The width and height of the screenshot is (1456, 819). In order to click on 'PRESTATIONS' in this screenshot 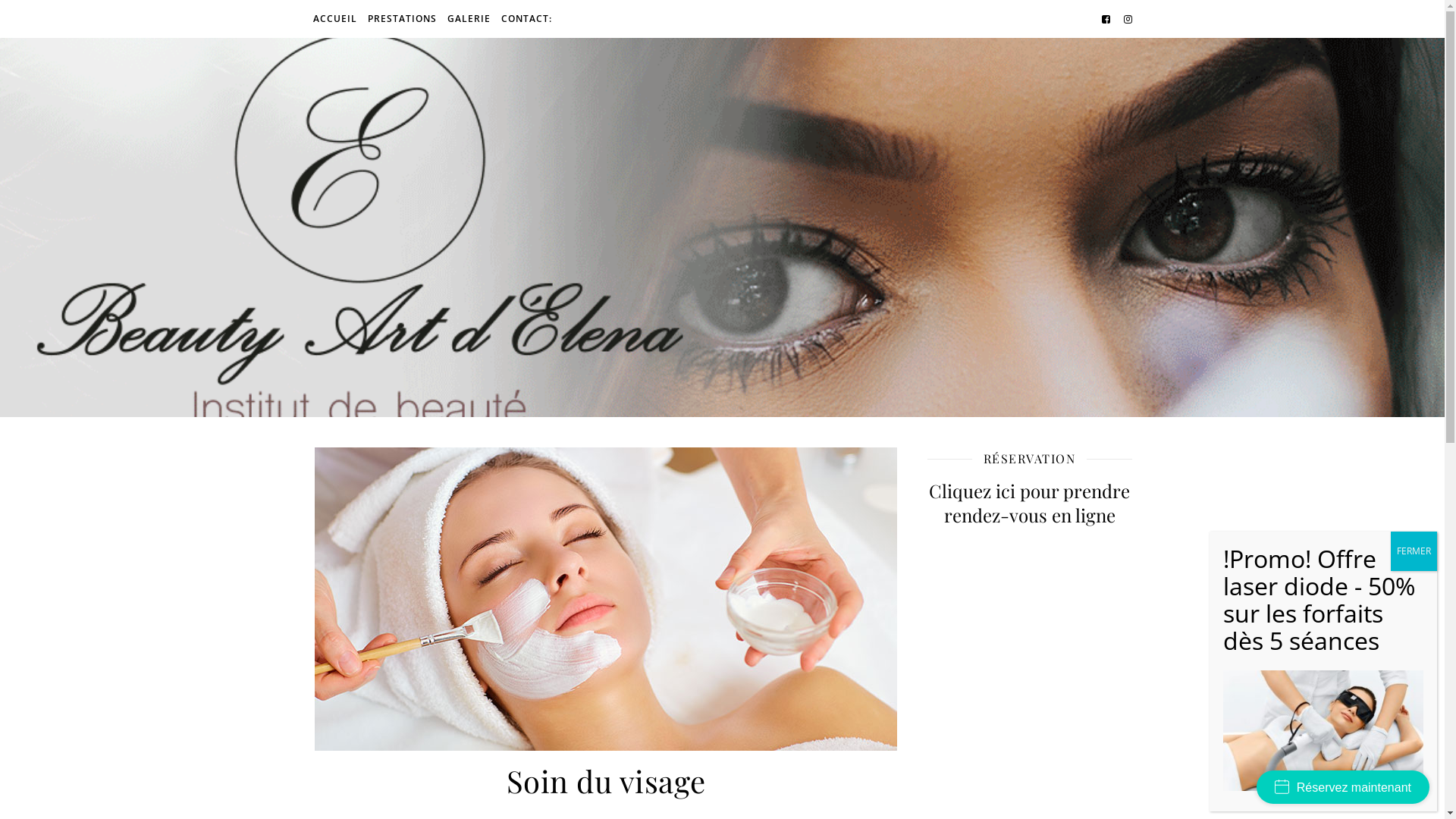, I will do `click(402, 18)`.